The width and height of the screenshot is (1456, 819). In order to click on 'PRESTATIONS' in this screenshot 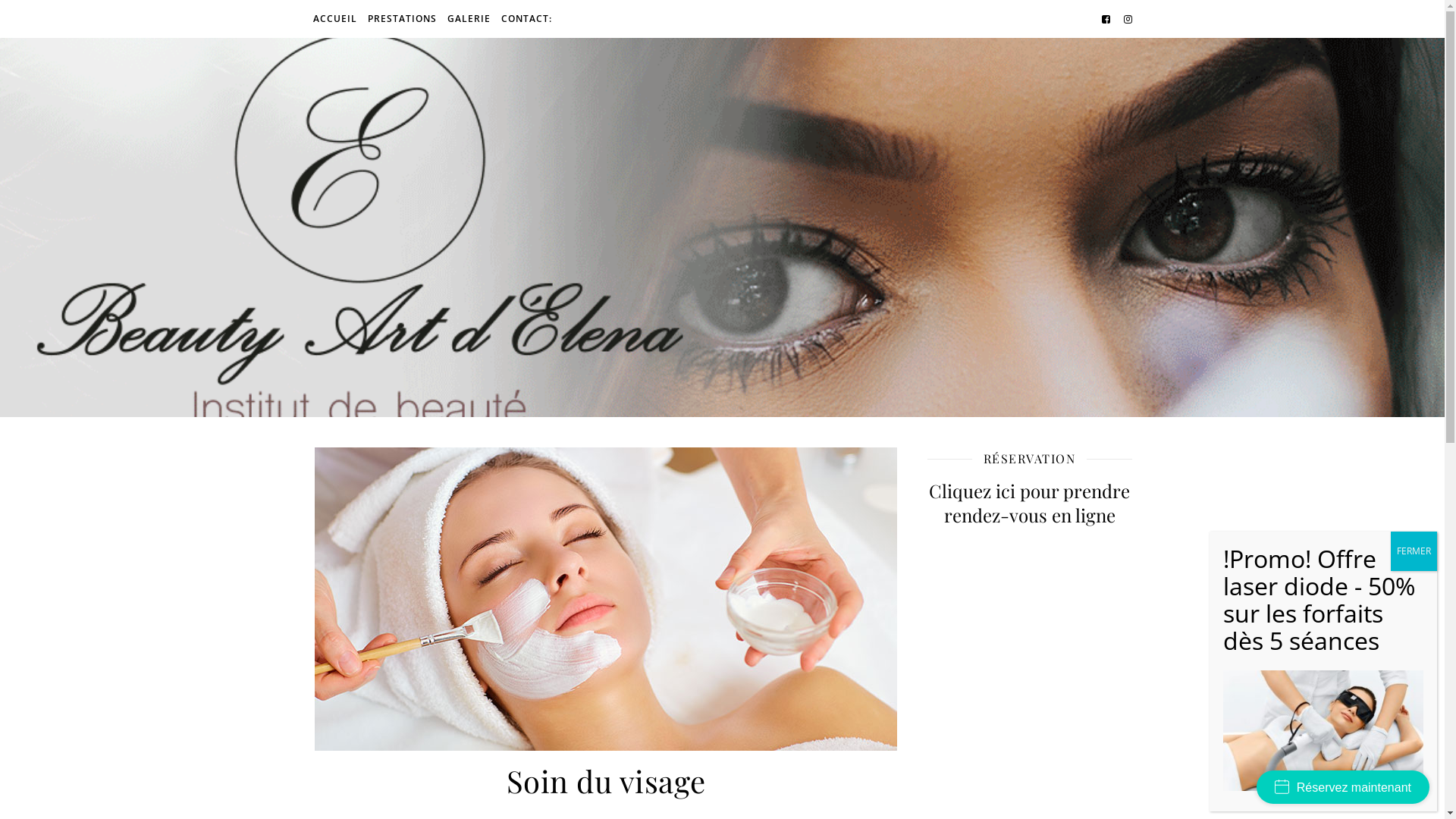, I will do `click(402, 18)`.